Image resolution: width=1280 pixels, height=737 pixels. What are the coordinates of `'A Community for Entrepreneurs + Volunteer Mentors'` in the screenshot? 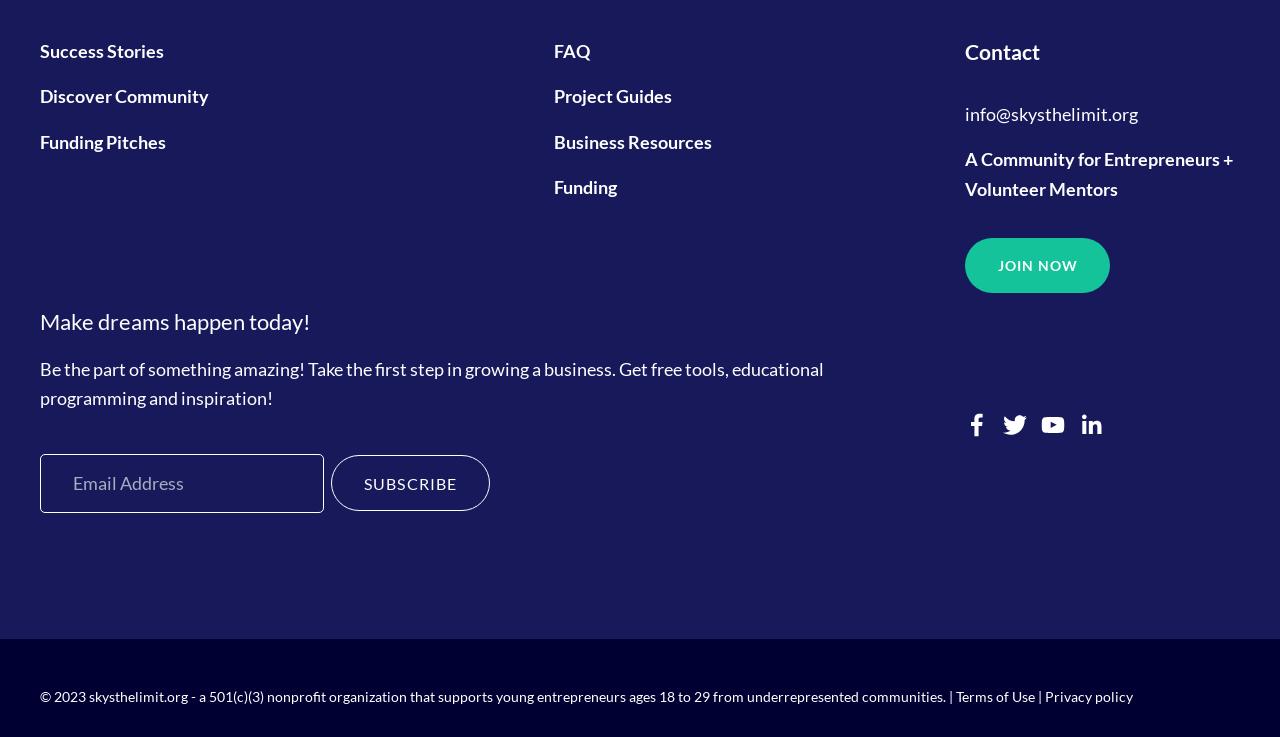 It's located at (1099, 172).